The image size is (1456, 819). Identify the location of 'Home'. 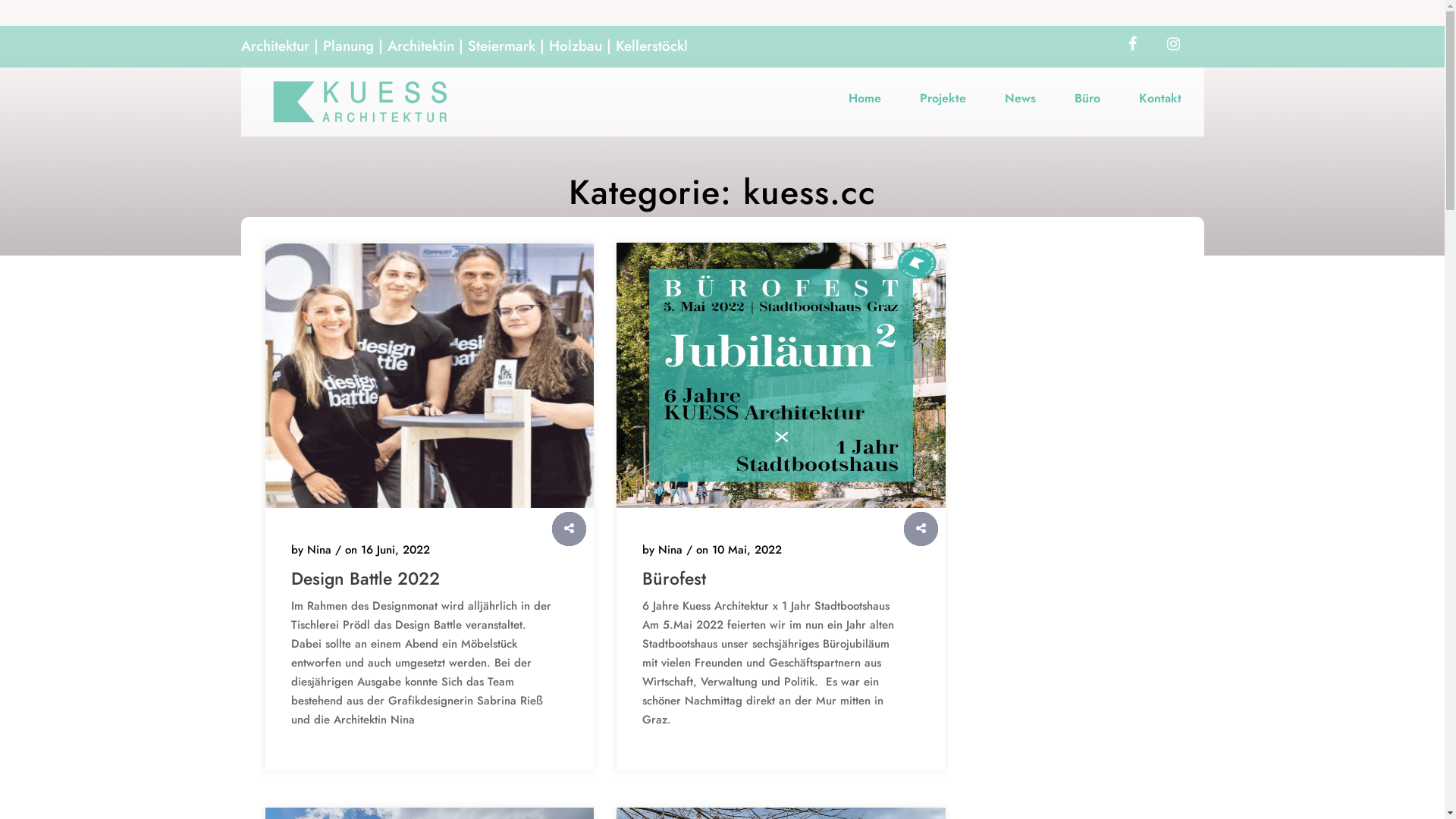
(864, 97).